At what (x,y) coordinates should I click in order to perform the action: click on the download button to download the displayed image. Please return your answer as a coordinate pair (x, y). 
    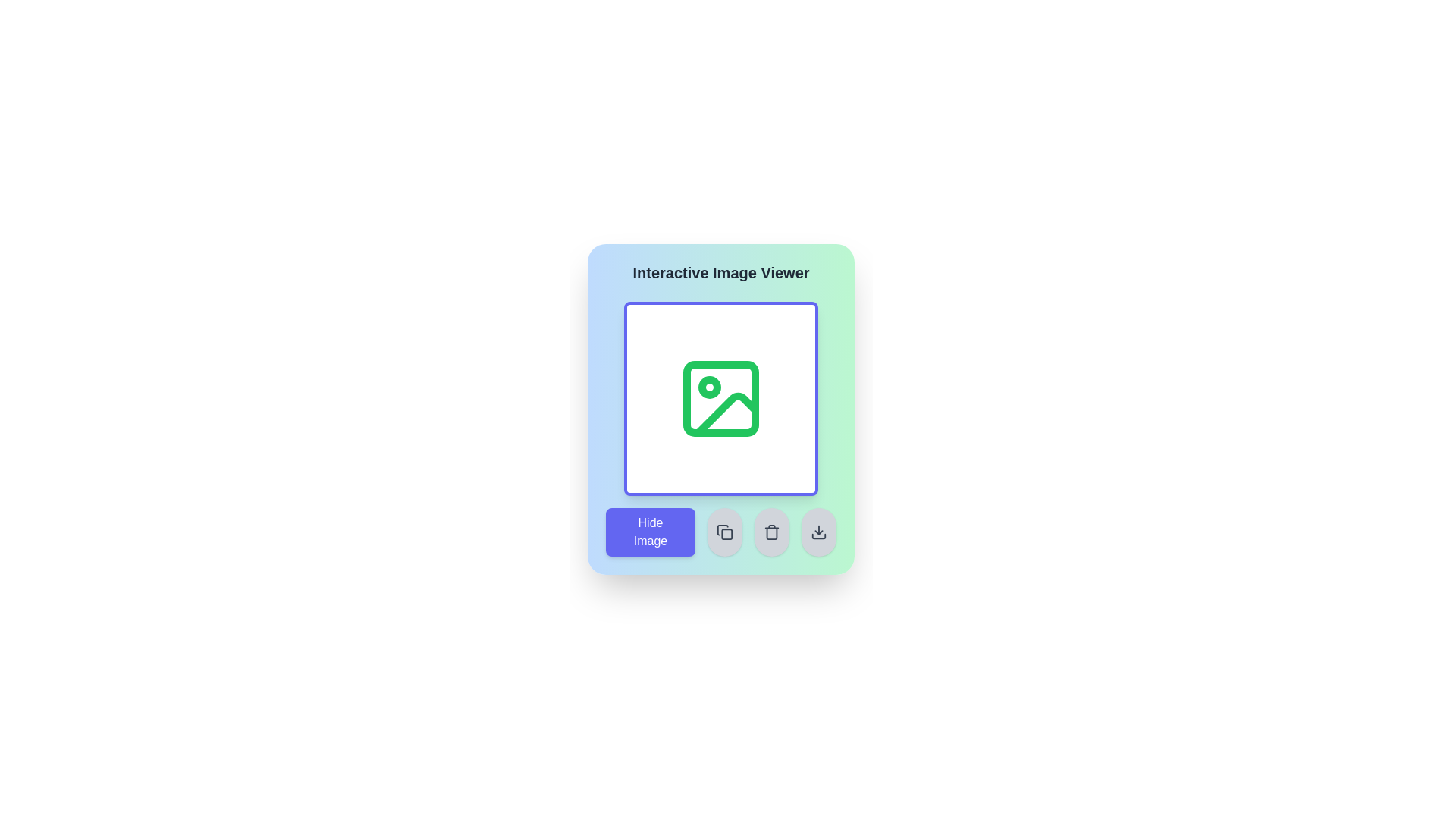
    Looking at the image, I should click on (818, 532).